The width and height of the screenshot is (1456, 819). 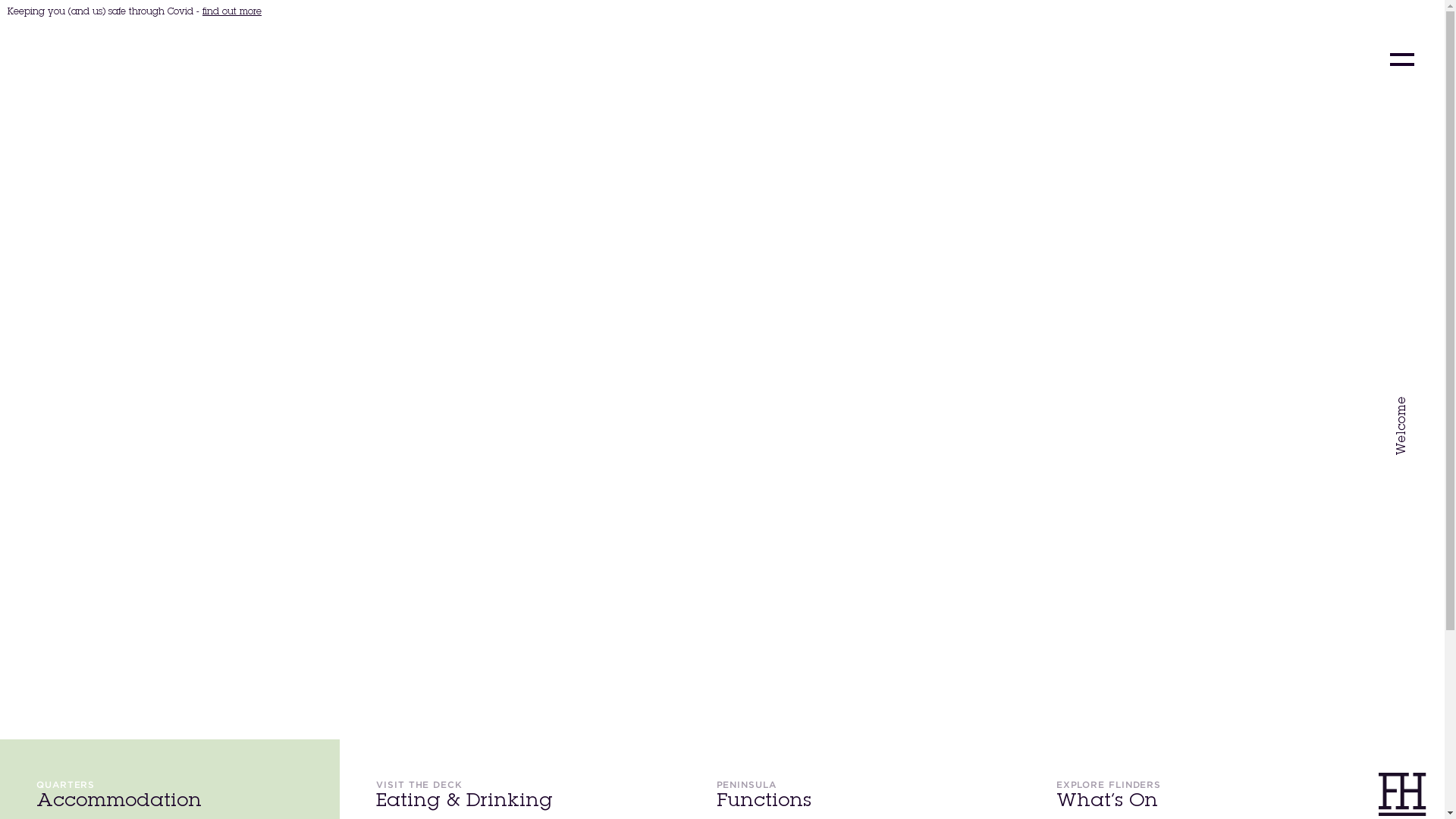 What do you see at coordinates (231, 11) in the screenshot?
I see `'find out more'` at bounding box center [231, 11].